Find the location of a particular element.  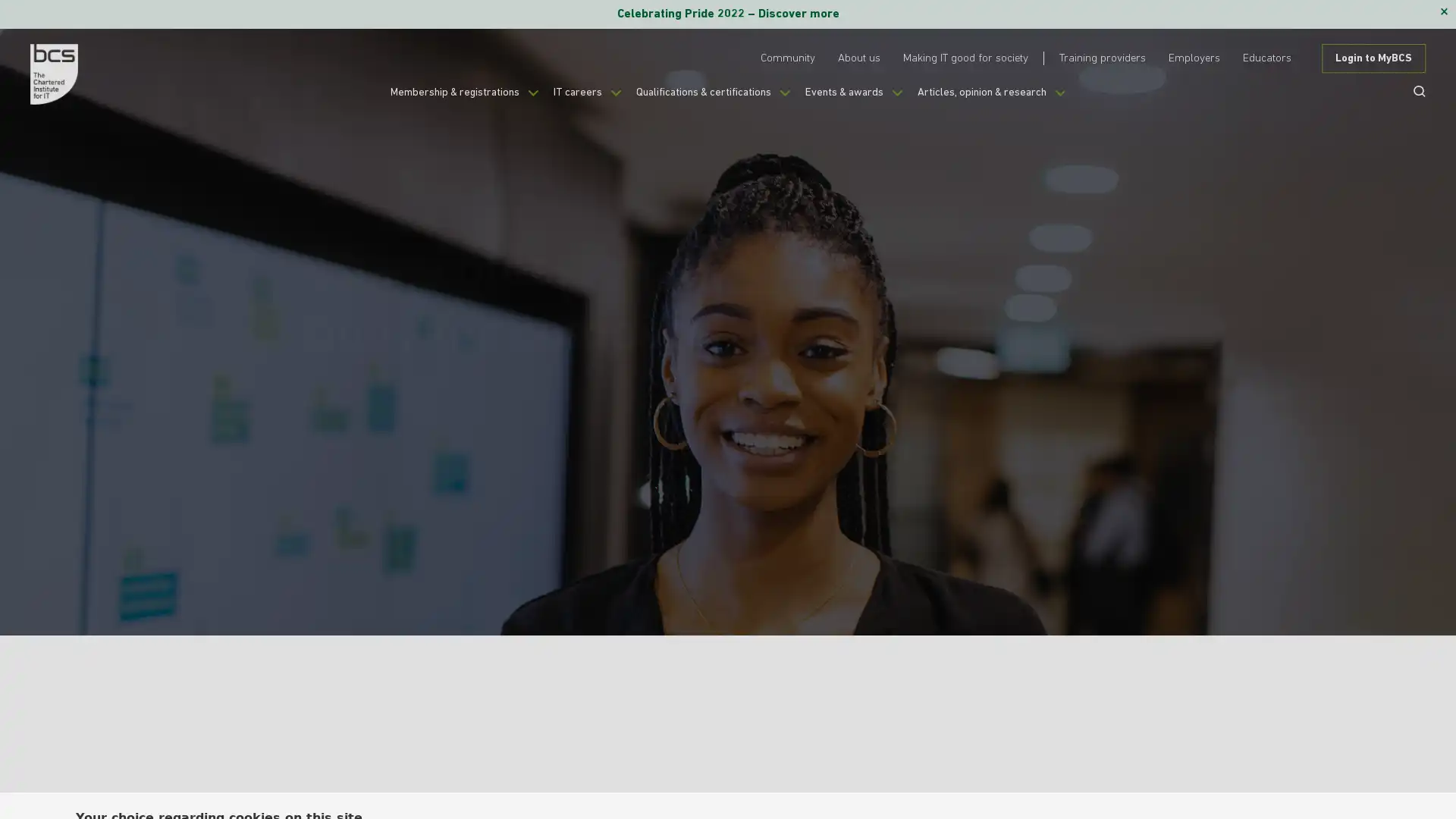

Close Cookie Control is located at coordinates (1379, 769).